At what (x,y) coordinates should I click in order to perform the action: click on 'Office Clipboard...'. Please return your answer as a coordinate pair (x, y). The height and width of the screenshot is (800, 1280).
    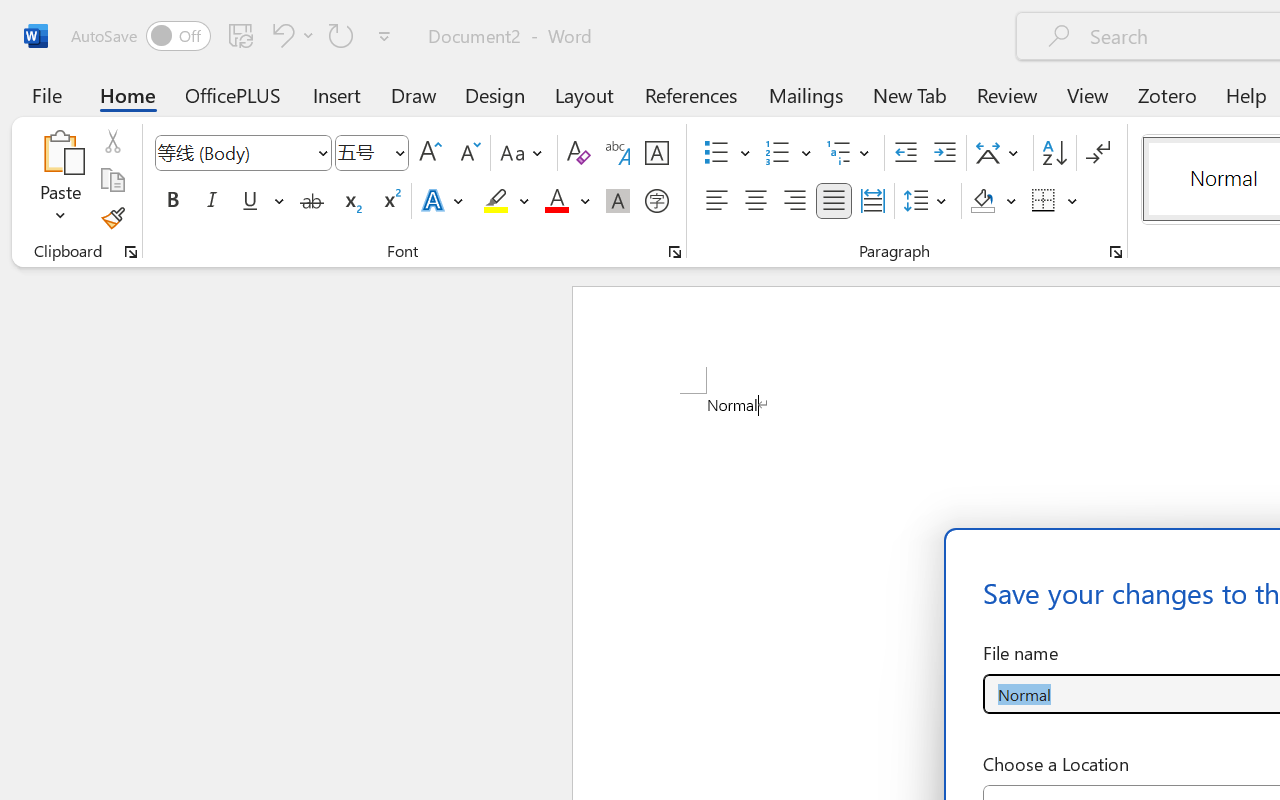
    Looking at the image, I should click on (130, 251).